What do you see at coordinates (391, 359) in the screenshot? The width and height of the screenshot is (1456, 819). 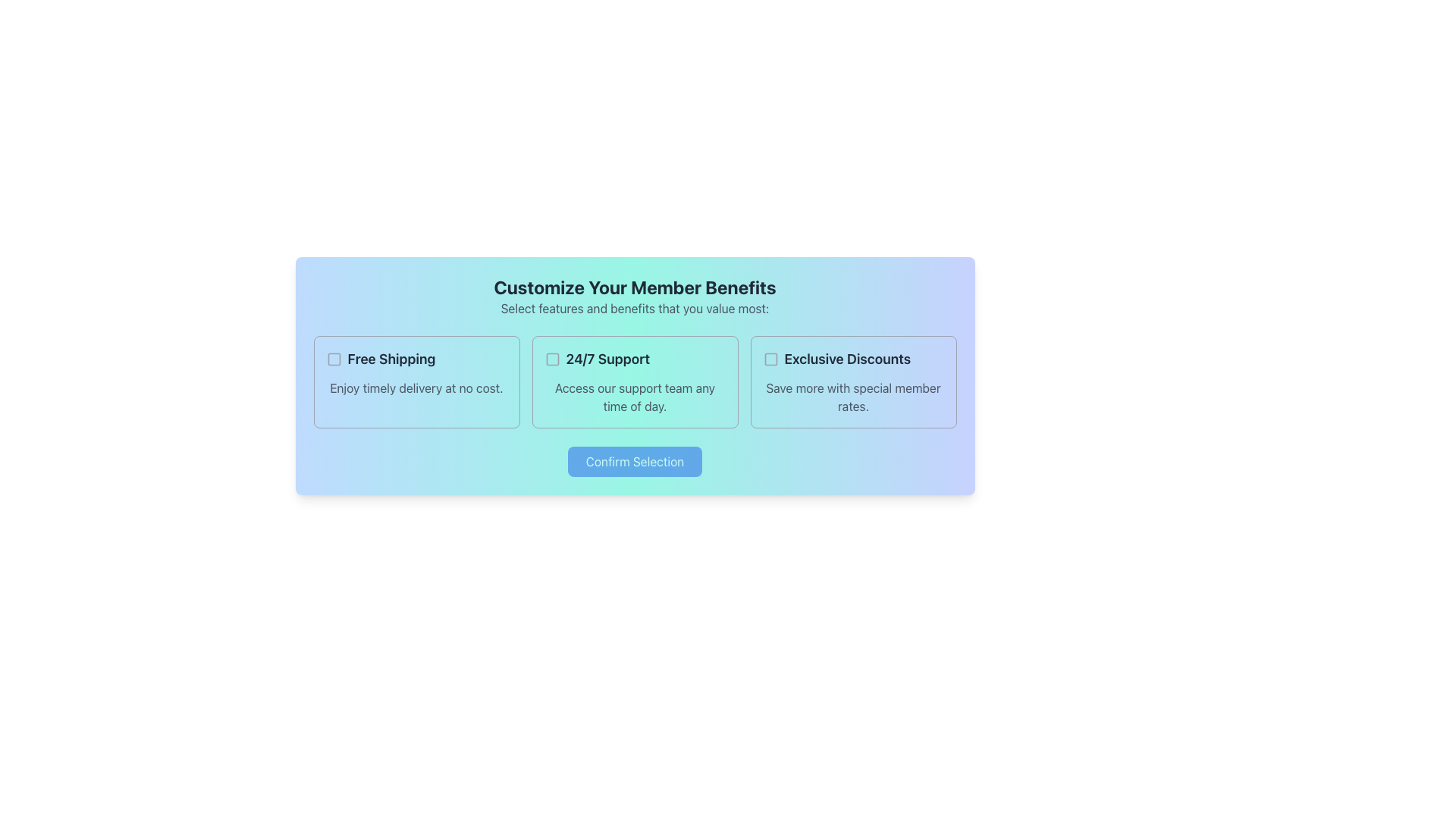 I see `the text label reading 'Free Shipping', which is styled in bold dark gray and located in the top-left section of a three-column layout, next to a checkbox icon` at bounding box center [391, 359].